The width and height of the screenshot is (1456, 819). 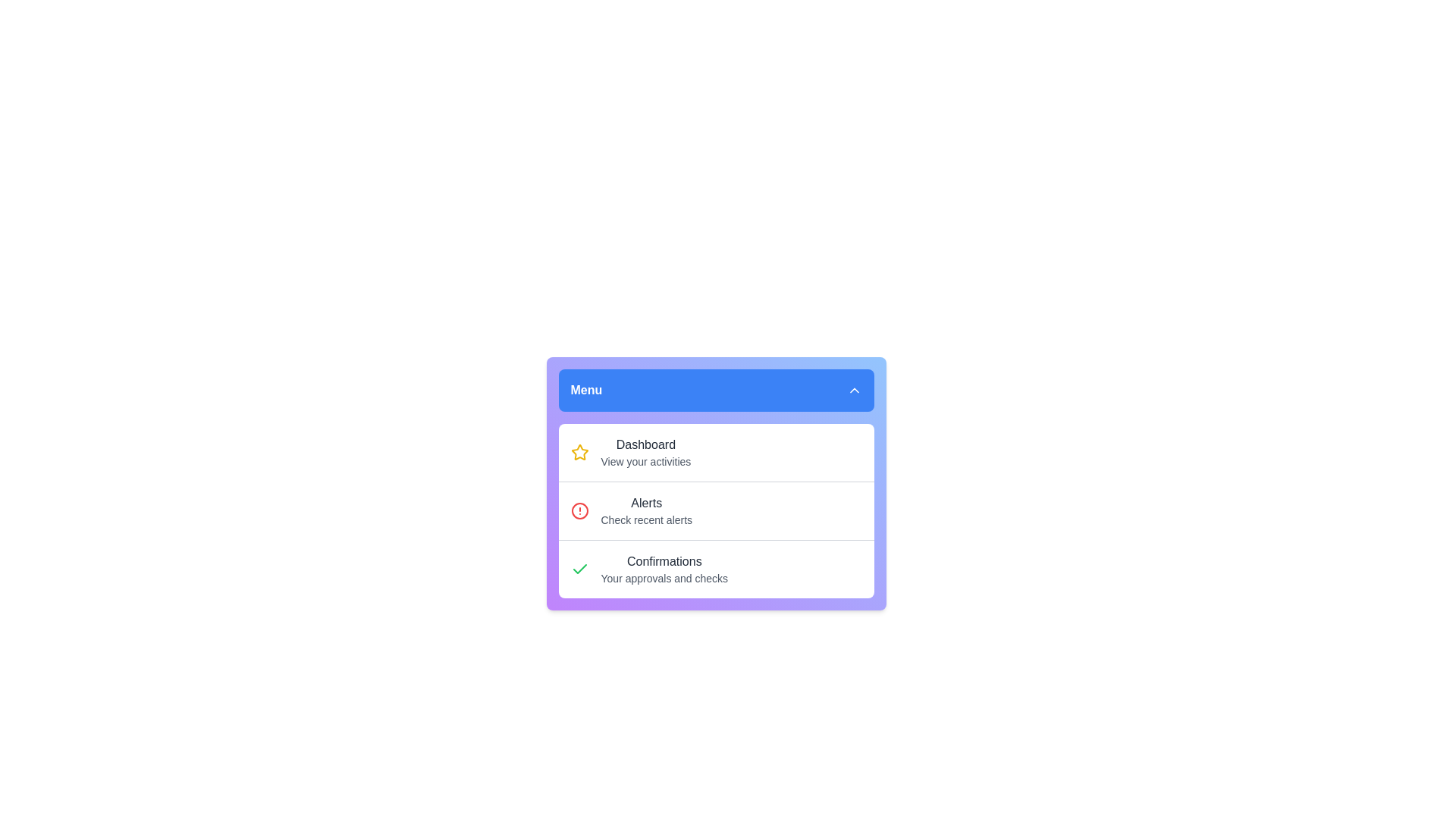 What do you see at coordinates (645, 452) in the screenshot?
I see `displayed information from the Text label with hierarchical information that serves as a navigational link within the menu, located directly beneath the 'Menu' label` at bounding box center [645, 452].